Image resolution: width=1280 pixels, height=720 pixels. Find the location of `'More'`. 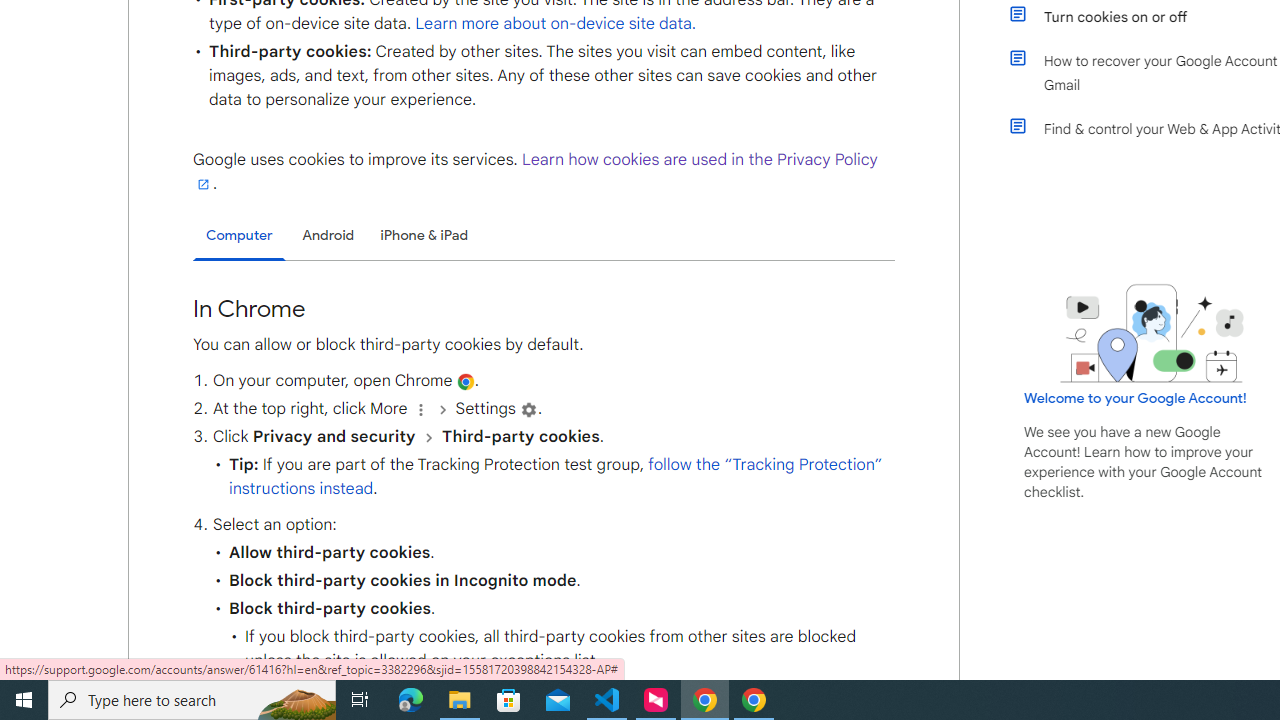

'More' is located at coordinates (419, 408).